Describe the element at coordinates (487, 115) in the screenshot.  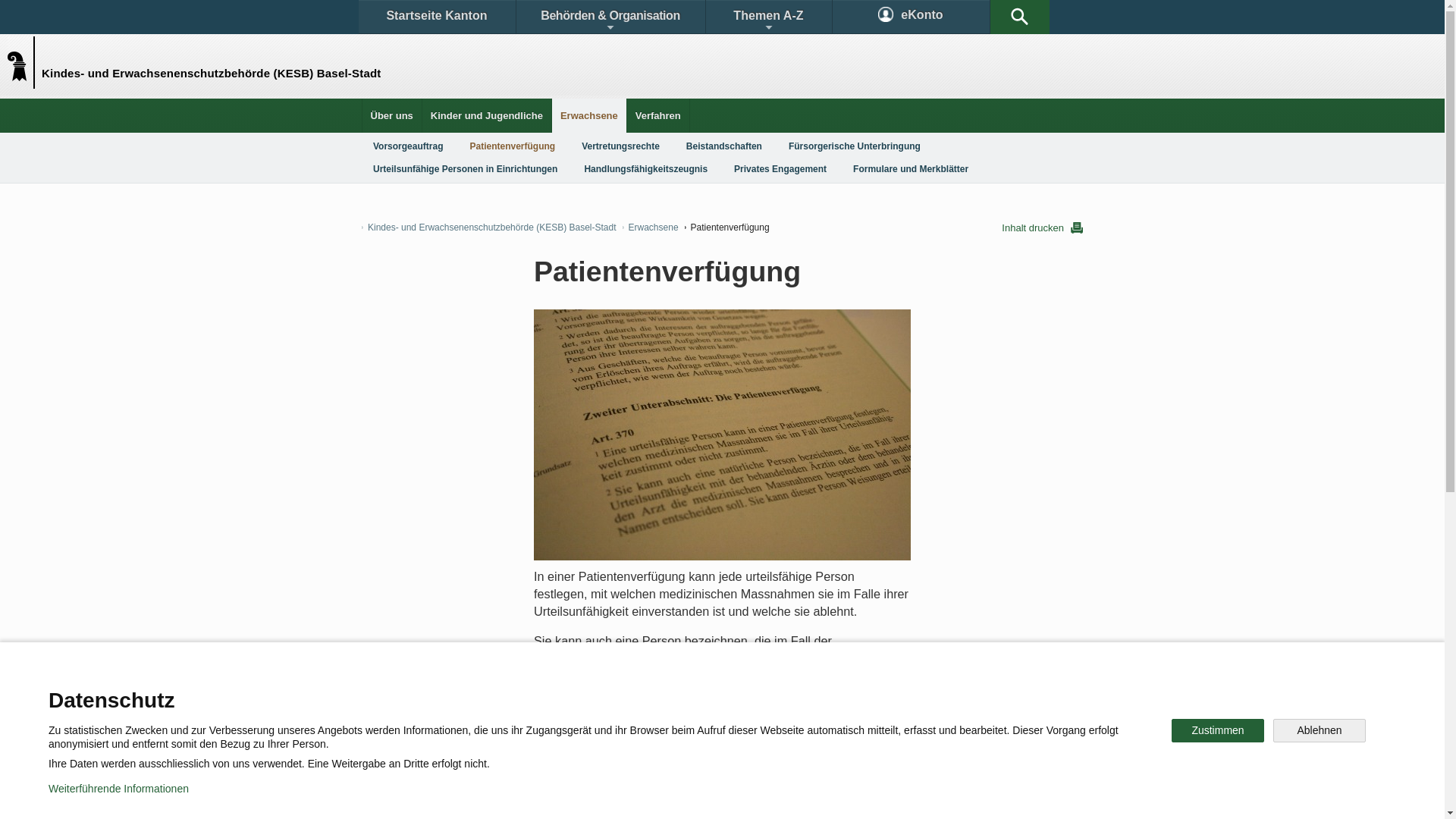
I see `'Kinder und Jugendliche'` at that location.